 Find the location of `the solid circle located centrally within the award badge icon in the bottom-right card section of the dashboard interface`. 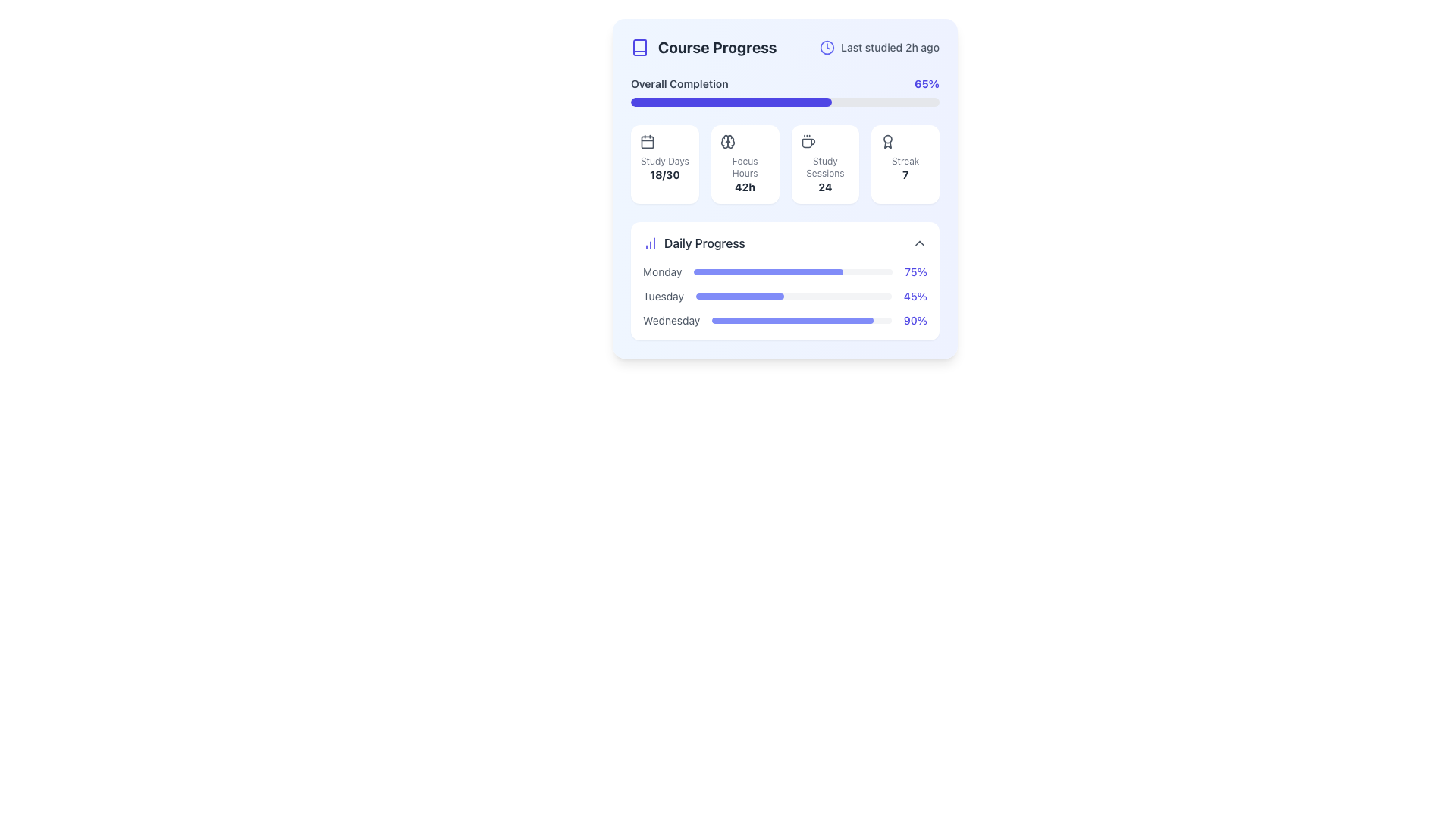

the solid circle located centrally within the award badge icon in the bottom-right card section of the dashboard interface is located at coordinates (888, 139).